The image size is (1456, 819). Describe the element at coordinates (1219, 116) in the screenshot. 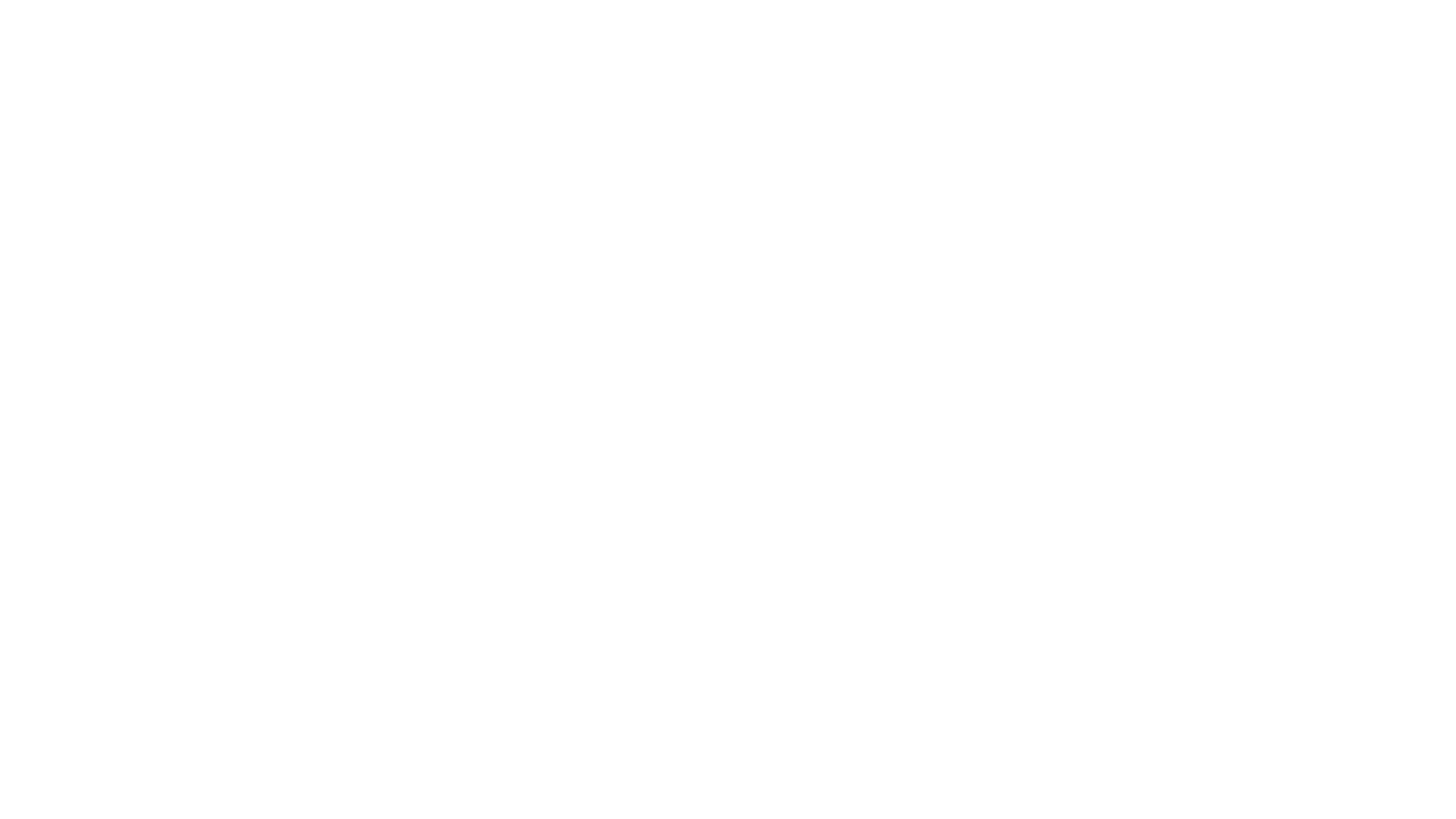

I see `Toggle sidebar` at that location.